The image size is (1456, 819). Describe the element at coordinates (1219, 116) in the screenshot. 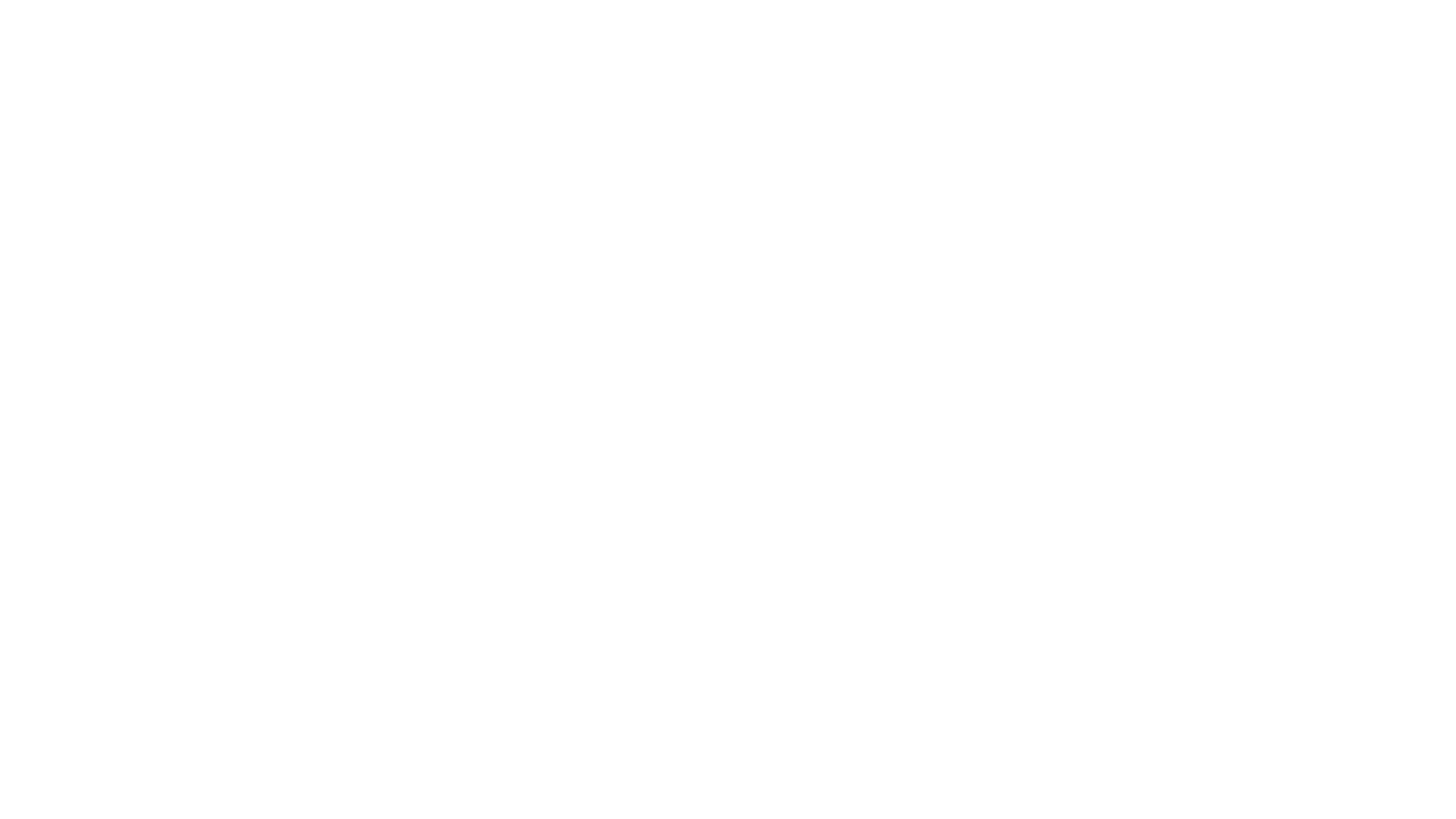

I see `Toggle sidebar` at that location.